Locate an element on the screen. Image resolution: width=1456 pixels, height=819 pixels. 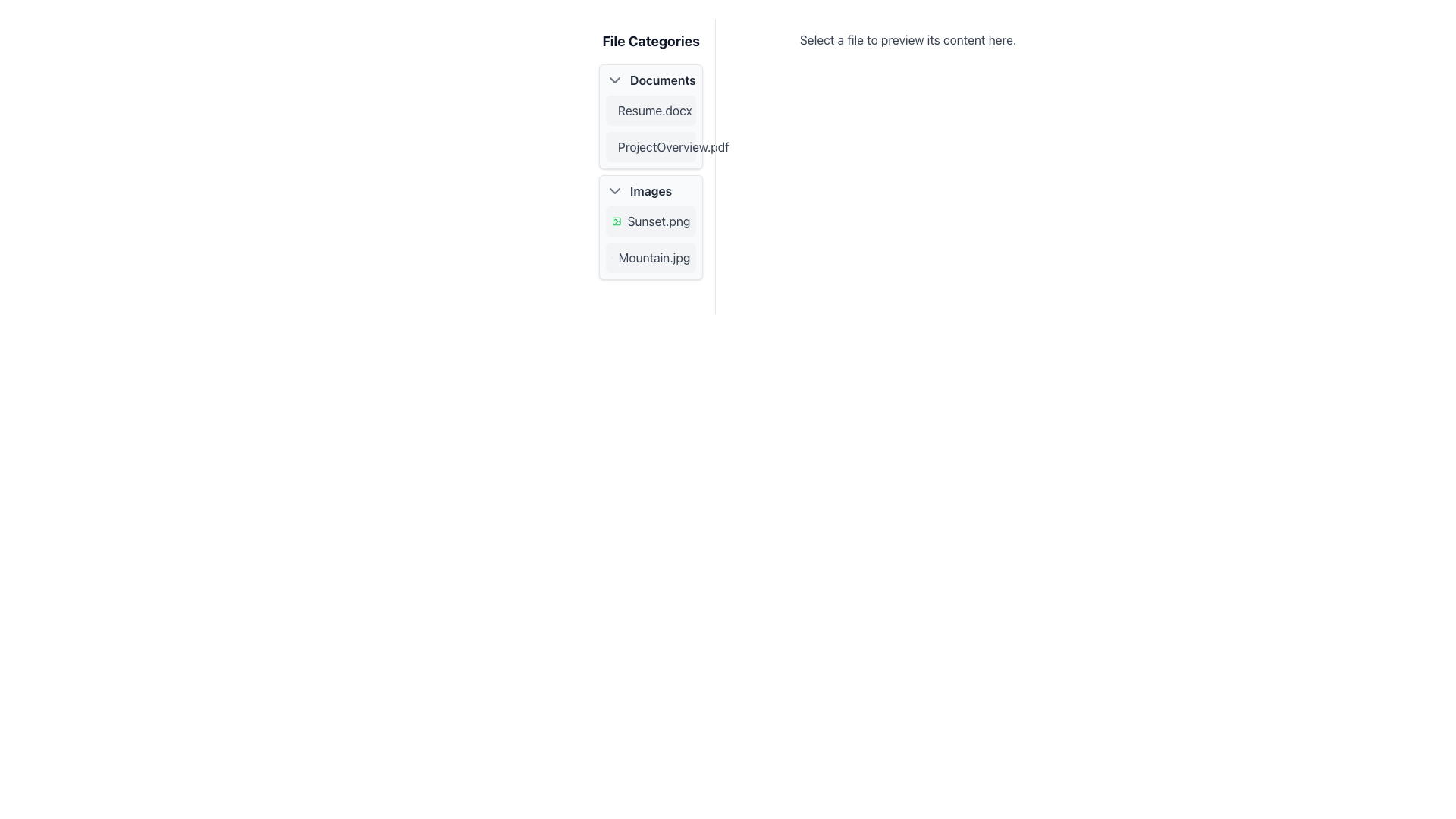
the list item 'ProjectOverview.pdf' is located at coordinates (651, 146).